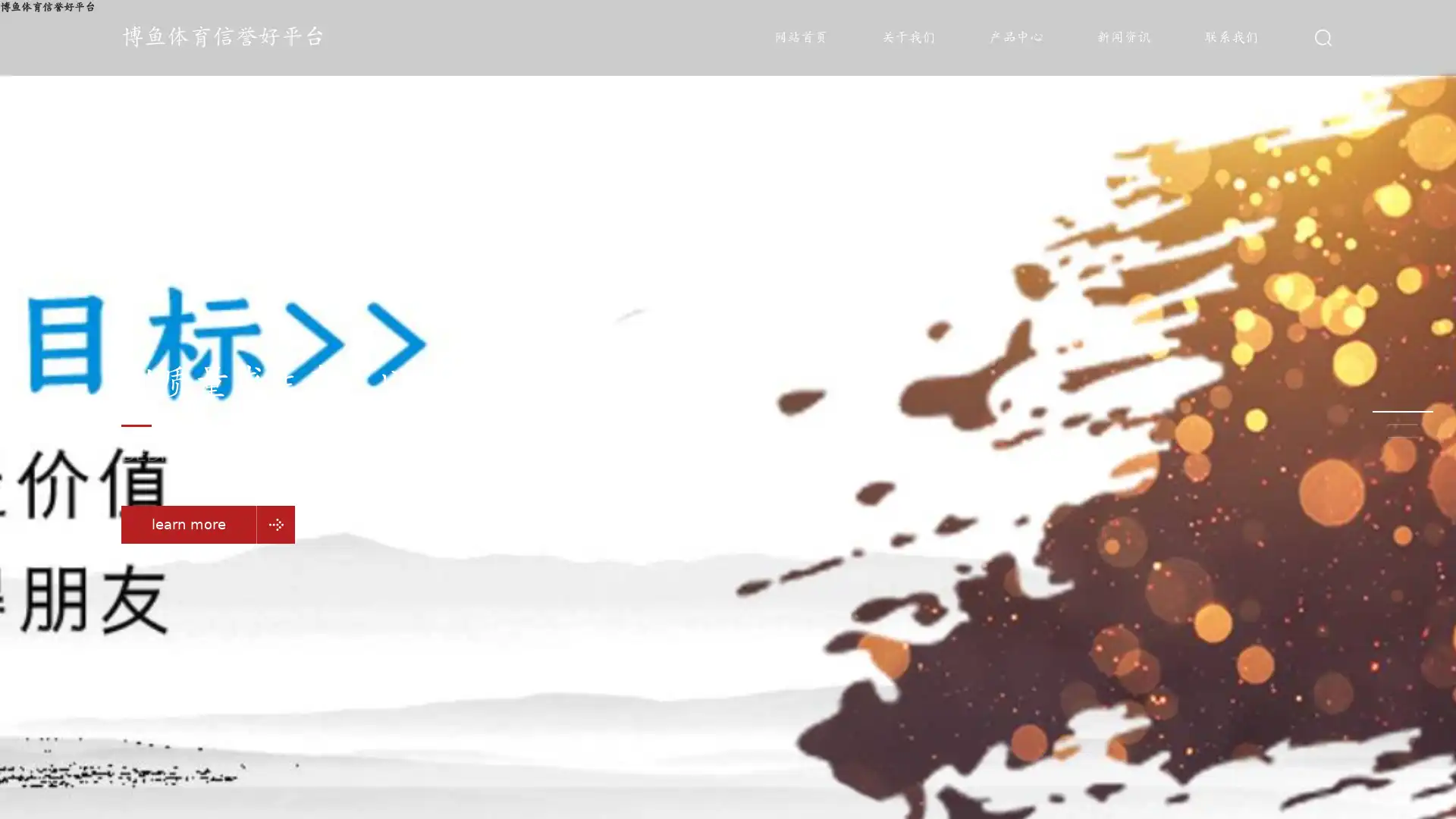 The image size is (1456, 819). What do you see at coordinates (1401, 438) in the screenshot?
I see `Go to slide 3` at bounding box center [1401, 438].